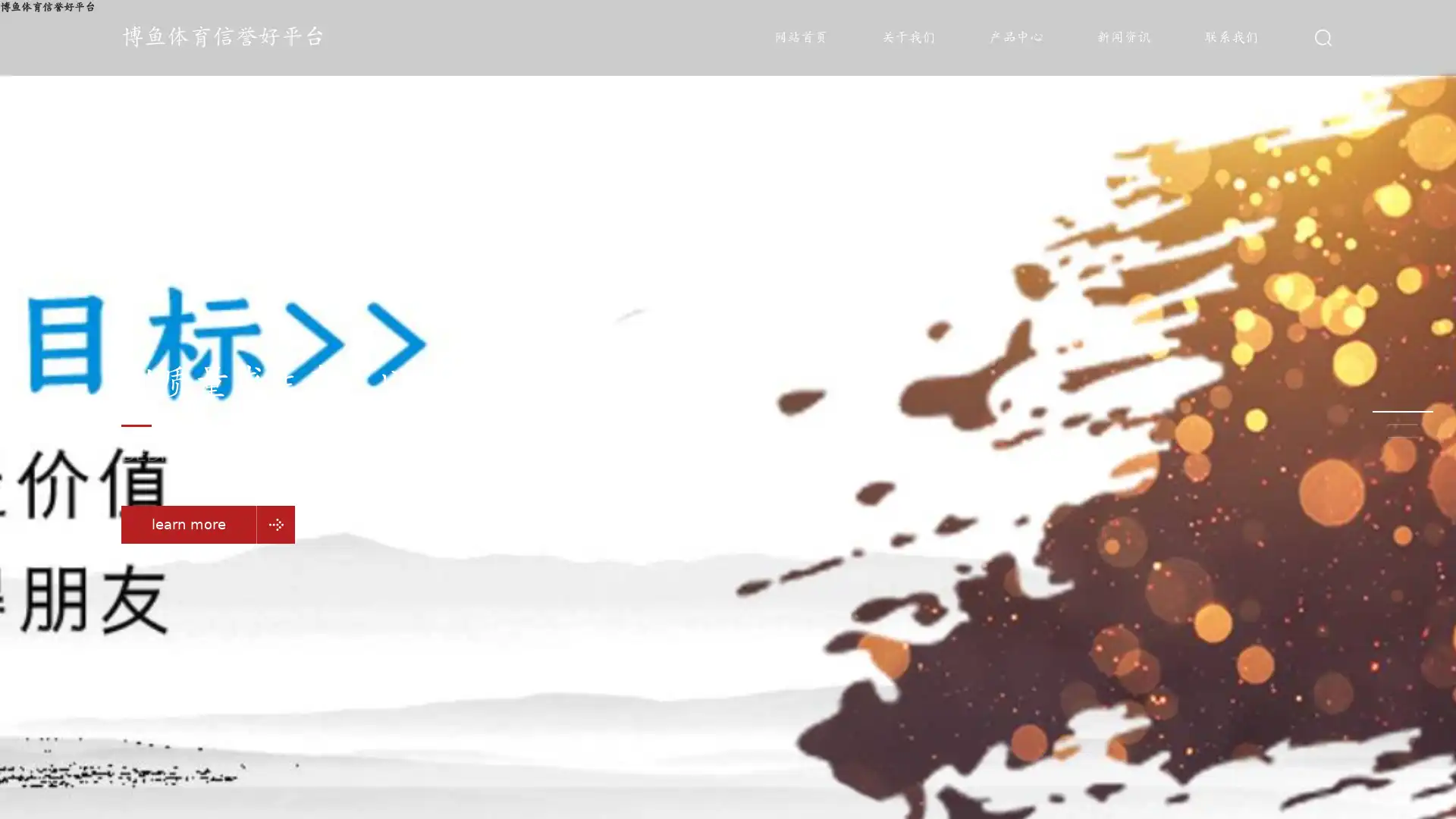 The image size is (1456, 819). What do you see at coordinates (1401, 438) in the screenshot?
I see `Go to slide 3` at bounding box center [1401, 438].